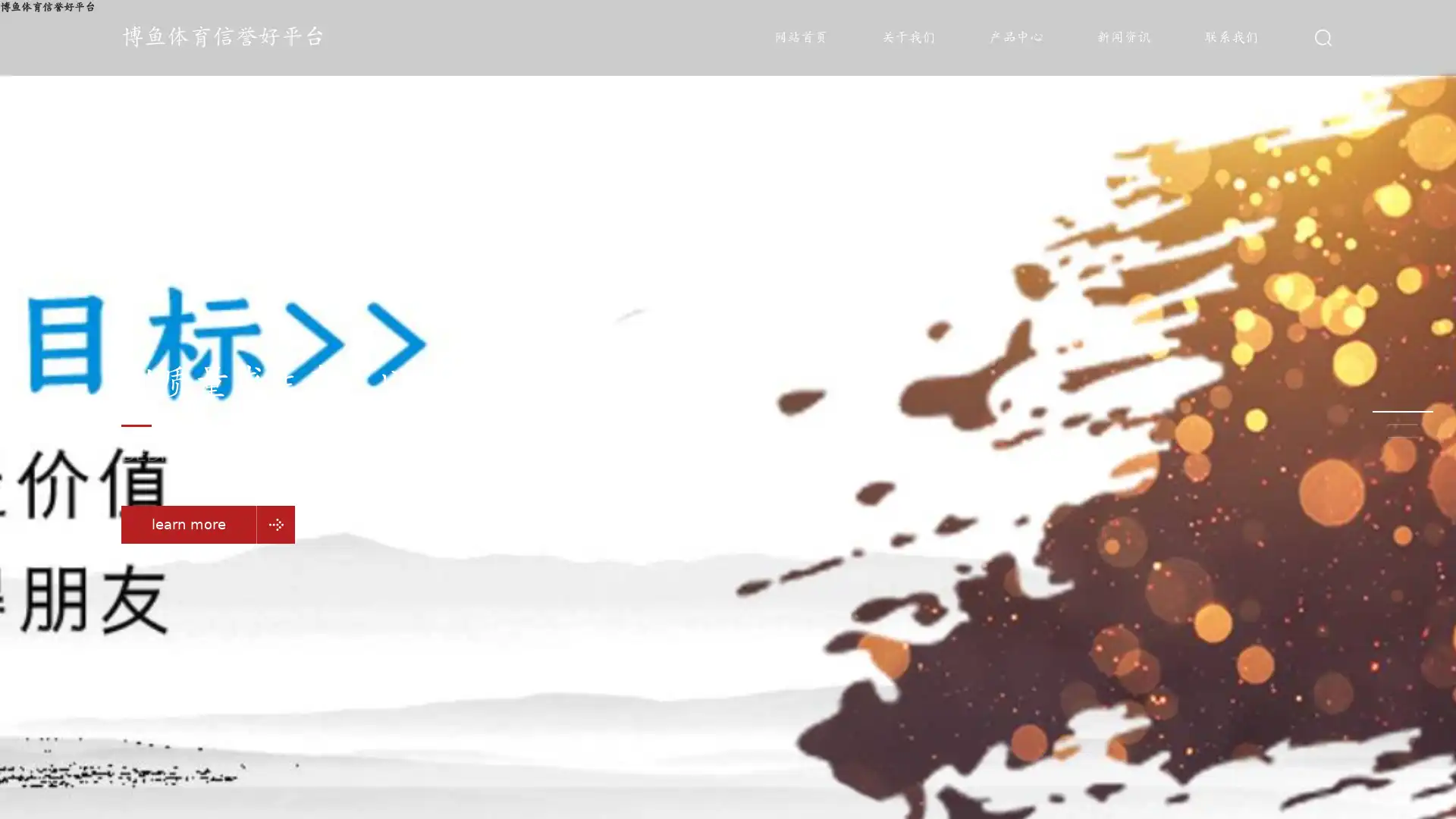 The image size is (1456, 819). What do you see at coordinates (1401, 438) in the screenshot?
I see `Go to slide 3` at bounding box center [1401, 438].